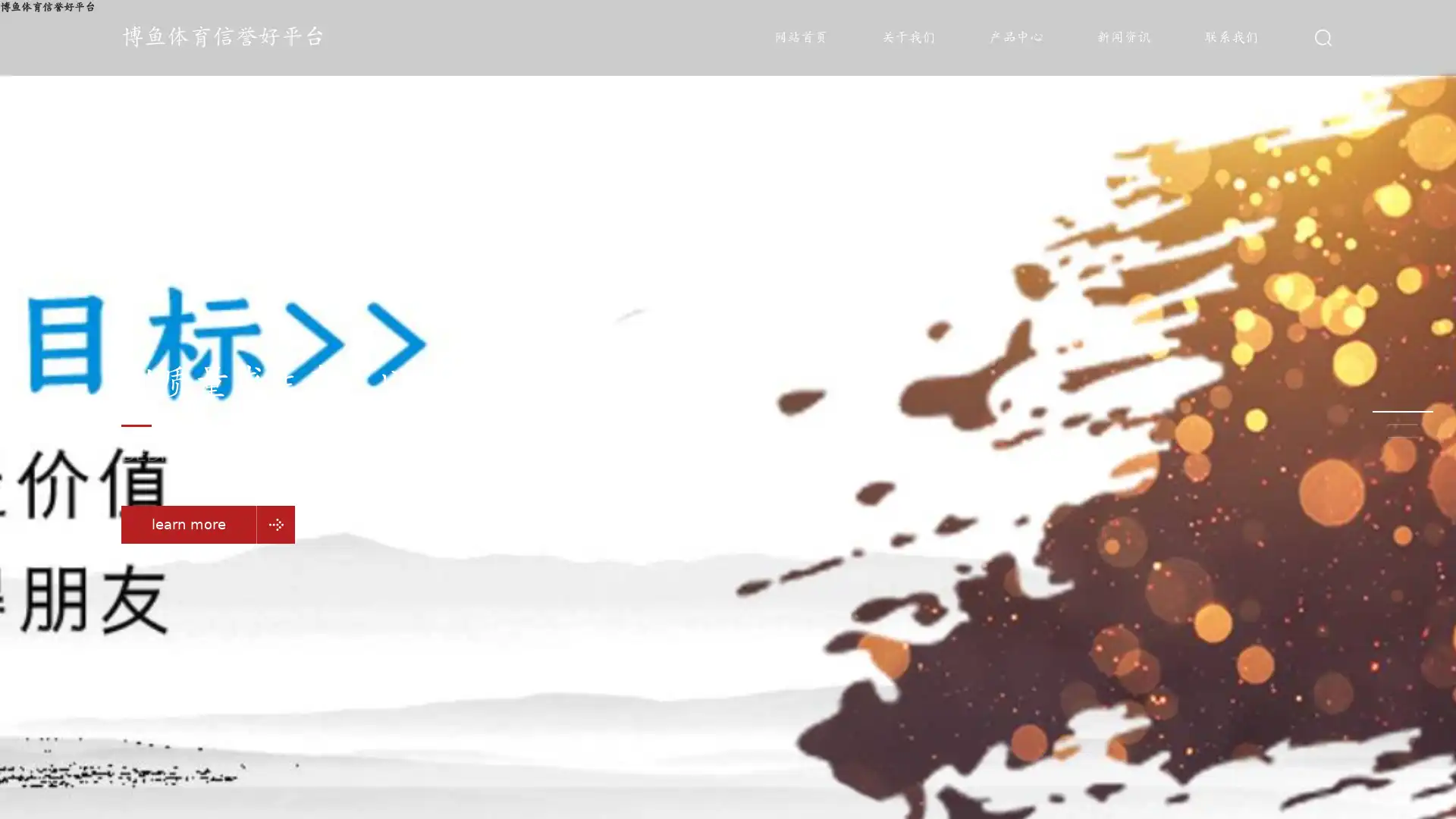 The image size is (1456, 819). What do you see at coordinates (1401, 438) in the screenshot?
I see `Go to slide 3` at bounding box center [1401, 438].